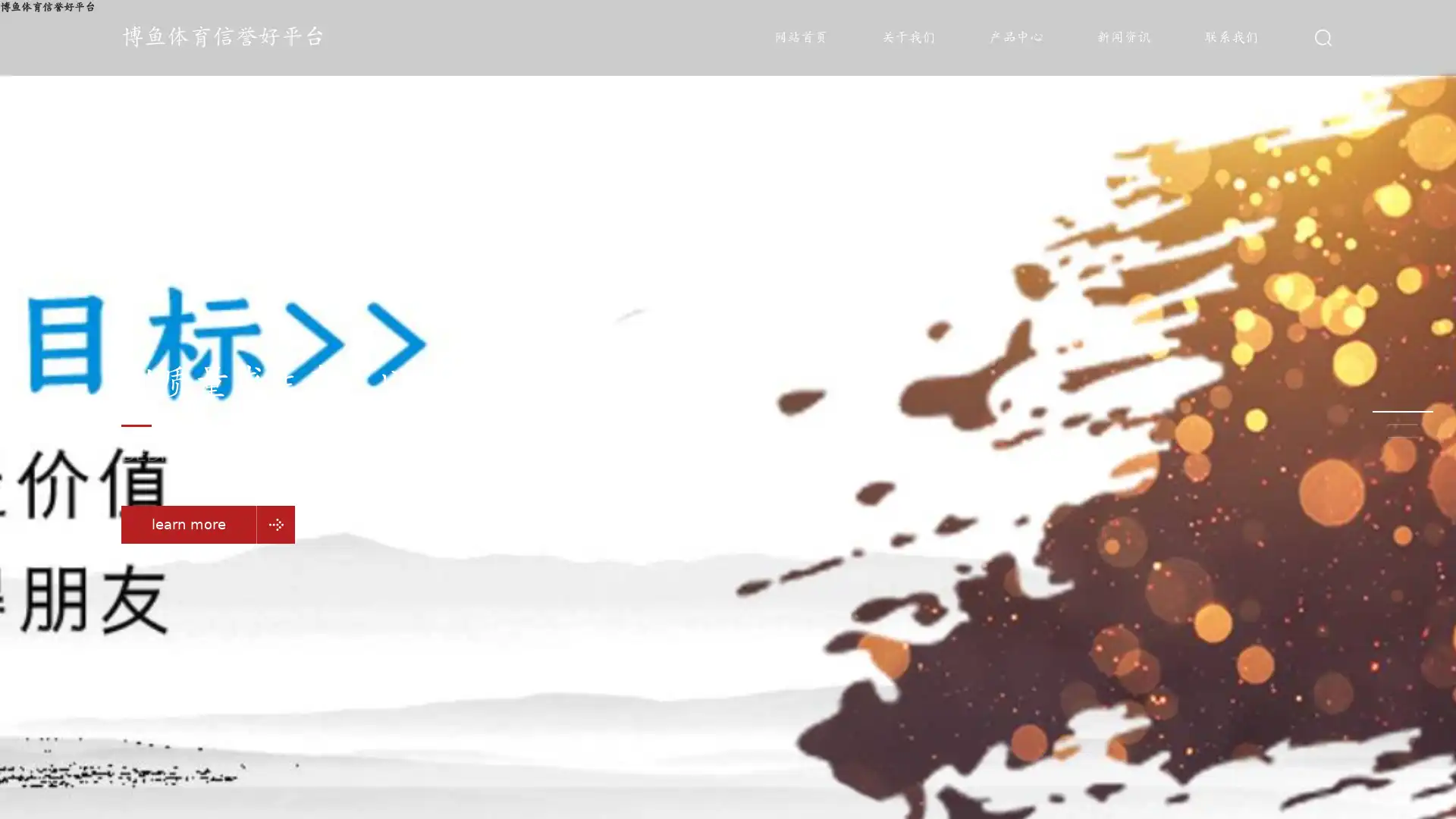 The image size is (1456, 819). What do you see at coordinates (1401, 438) in the screenshot?
I see `Go to slide 3` at bounding box center [1401, 438].